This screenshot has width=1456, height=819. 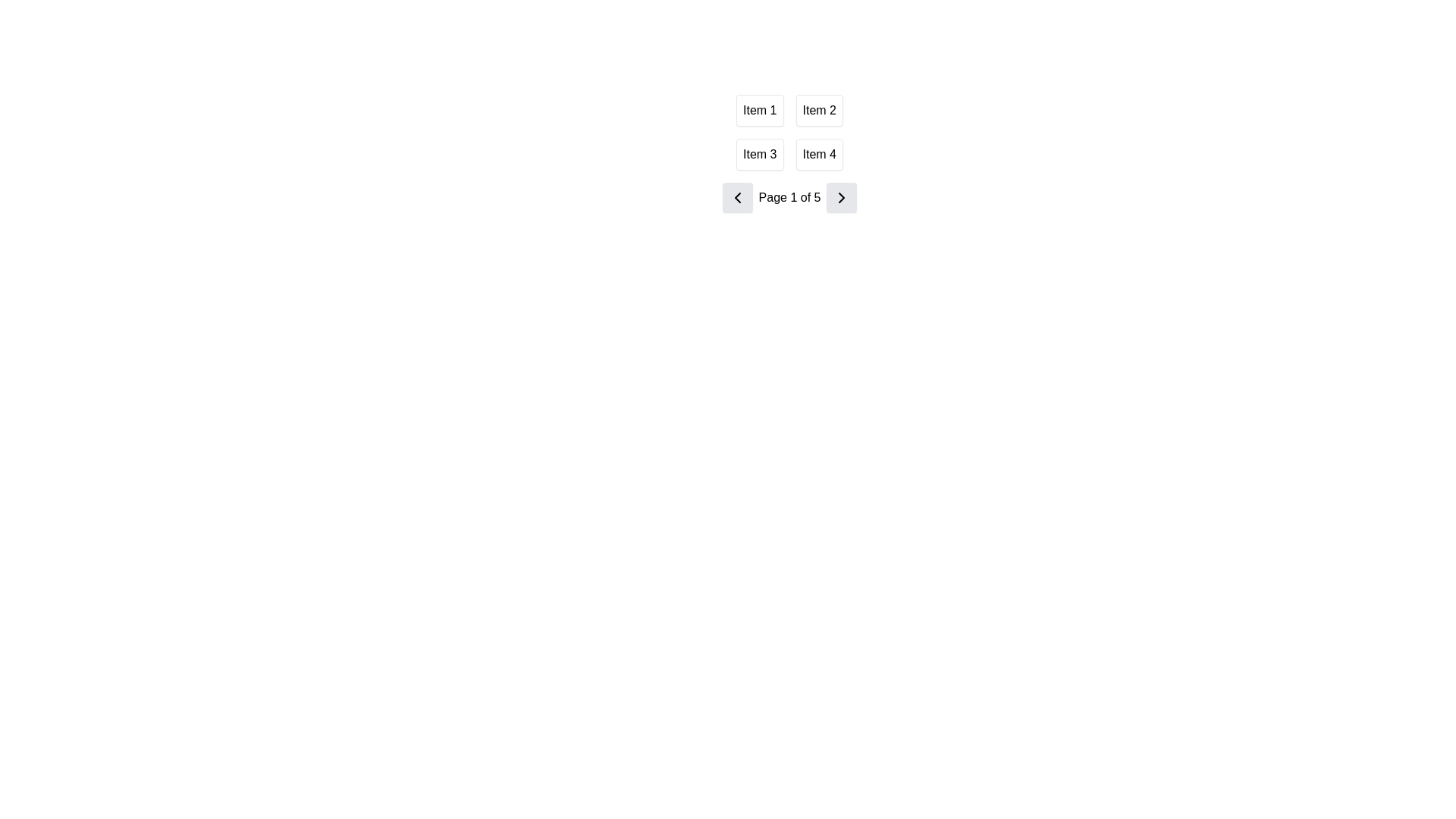 What do you see at coordinates (737, 197) in the screenshot?
I see `the 'Previous Page' button in the pagination component` at bounding box center [737, 197].